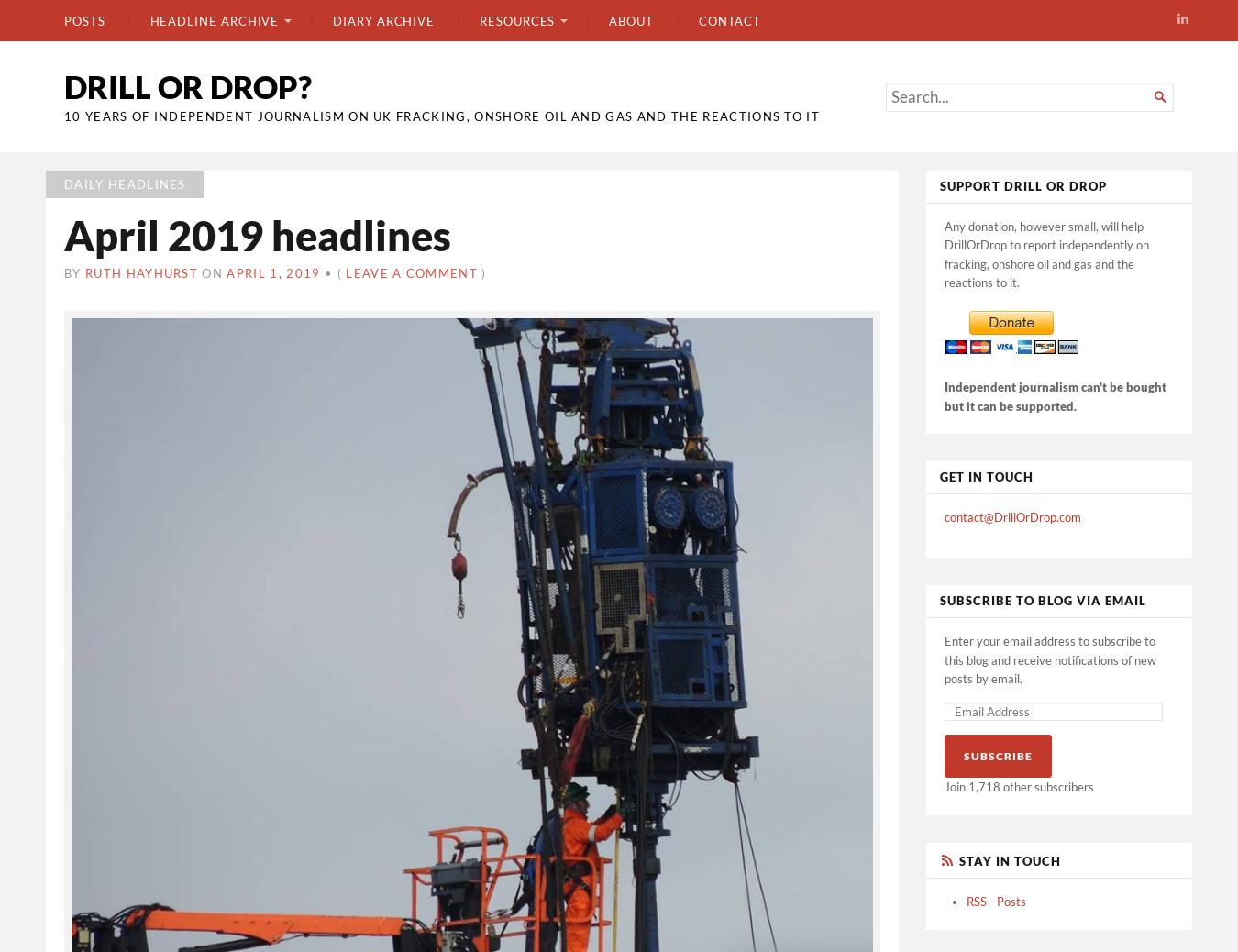  I want to click on 'Headline archive', so click(149, 19).